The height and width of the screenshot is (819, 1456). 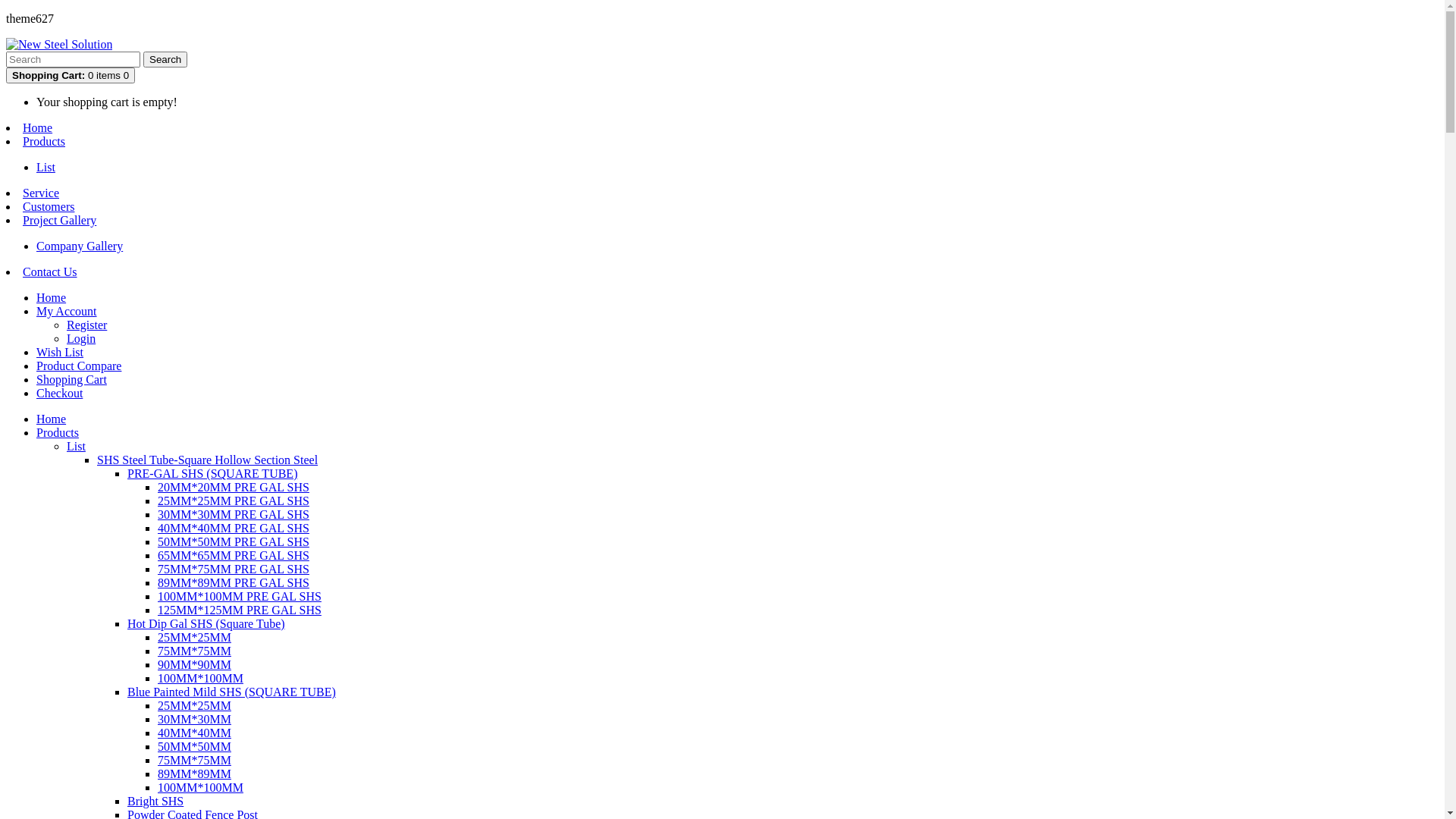 What do you see at coordinates (193, 637) in the screenshot?
I see `'25MM*25MM'` at bounding box center [193, 637].